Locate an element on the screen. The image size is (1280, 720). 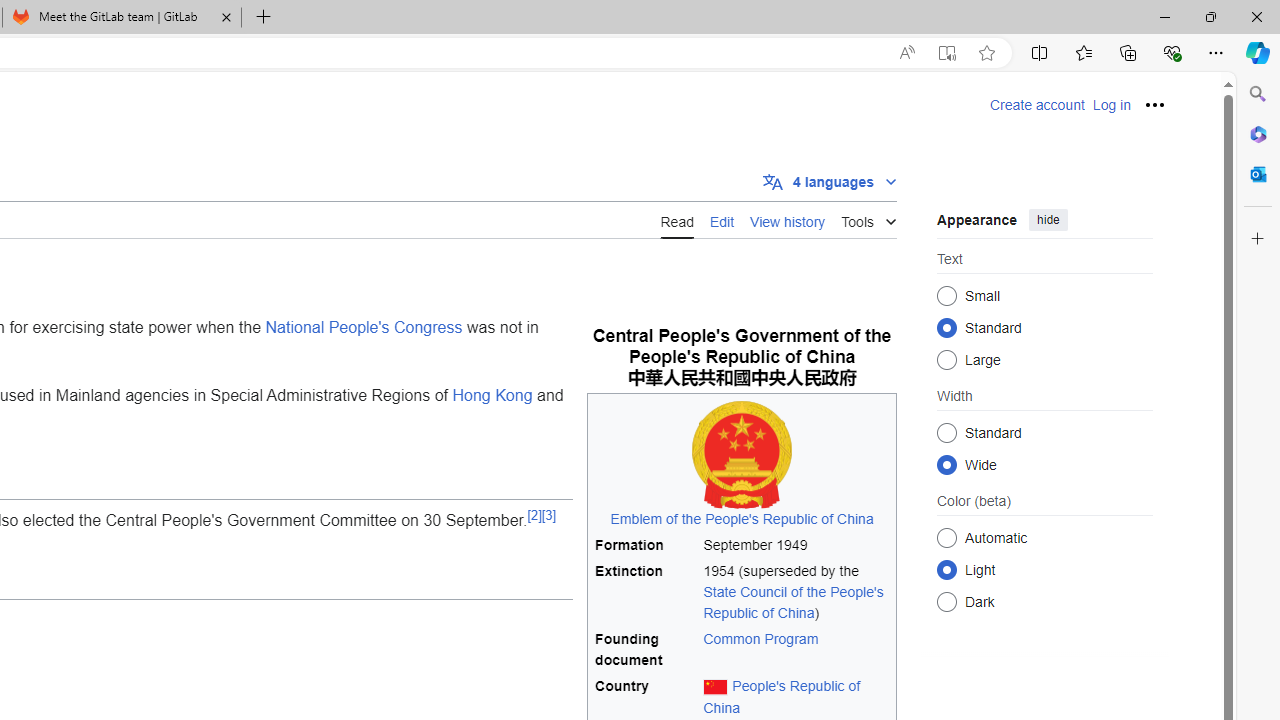
'Small' is located at coordinates (946, 295).